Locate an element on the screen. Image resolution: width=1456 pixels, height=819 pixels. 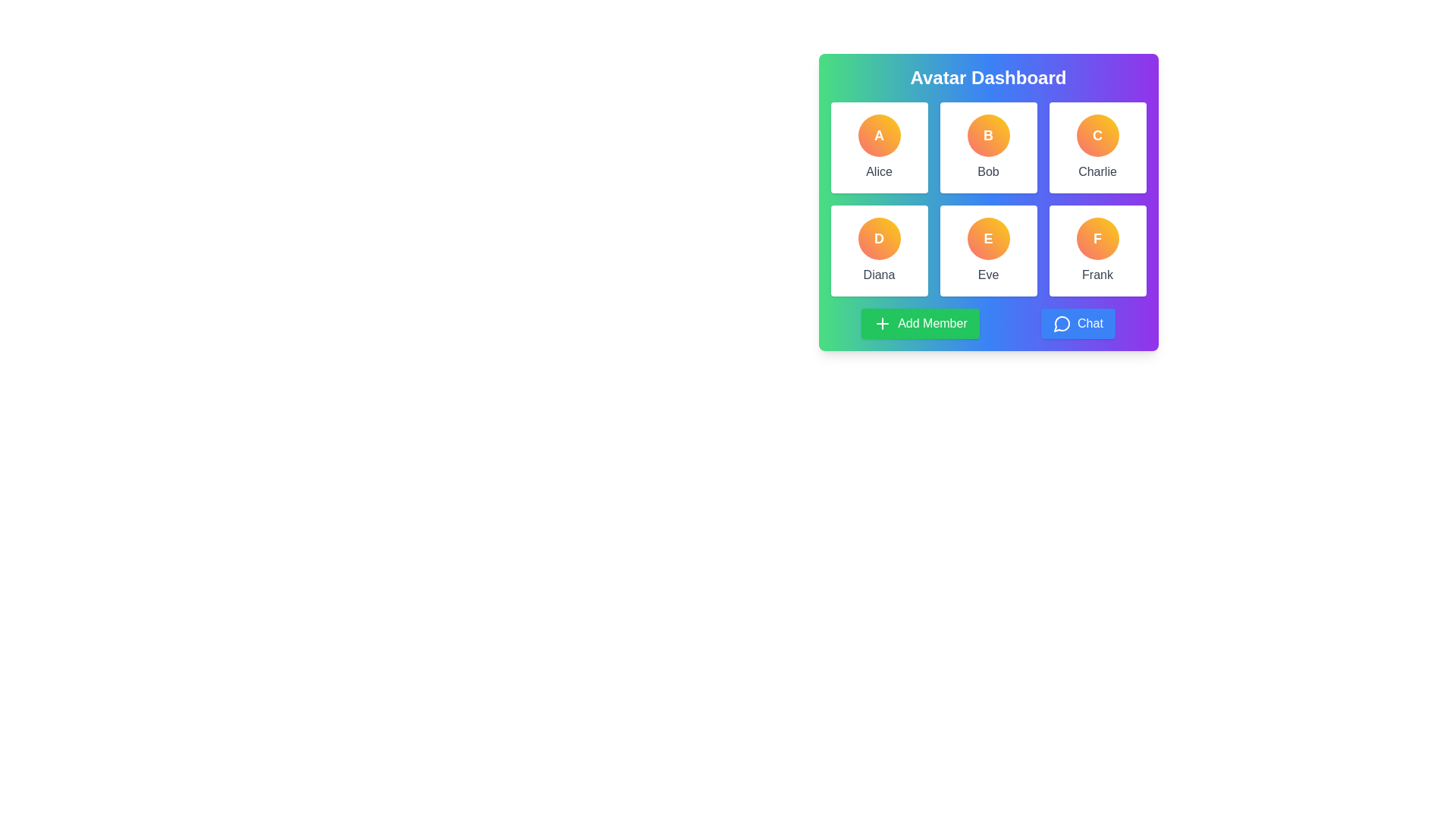
the profile card representing user 'Alice' in the Avatar Dashboard section is located at coordinates (879, 148).